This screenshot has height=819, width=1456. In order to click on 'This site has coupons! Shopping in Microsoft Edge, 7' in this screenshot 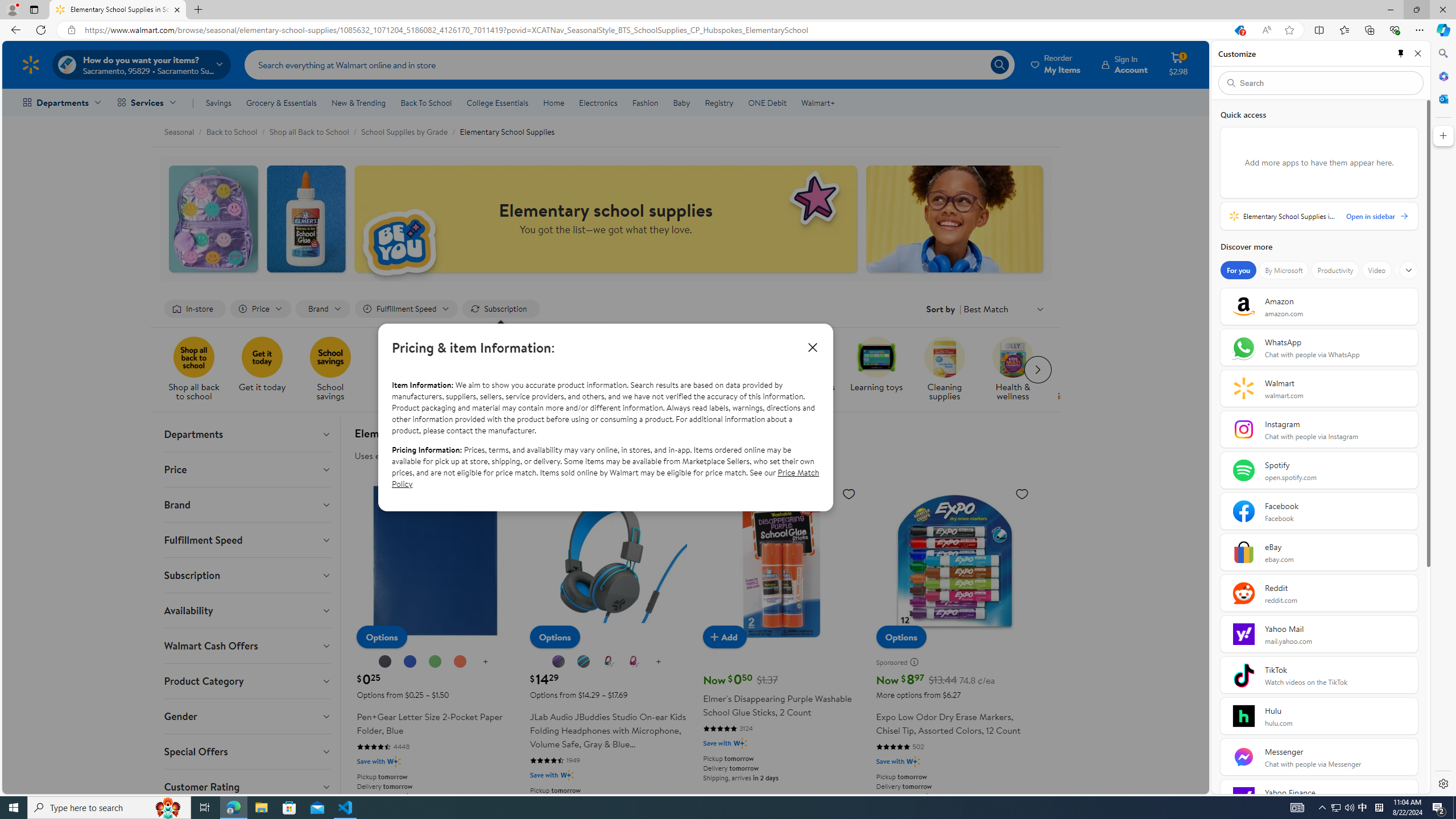, I will do `click(1238, 30)`.